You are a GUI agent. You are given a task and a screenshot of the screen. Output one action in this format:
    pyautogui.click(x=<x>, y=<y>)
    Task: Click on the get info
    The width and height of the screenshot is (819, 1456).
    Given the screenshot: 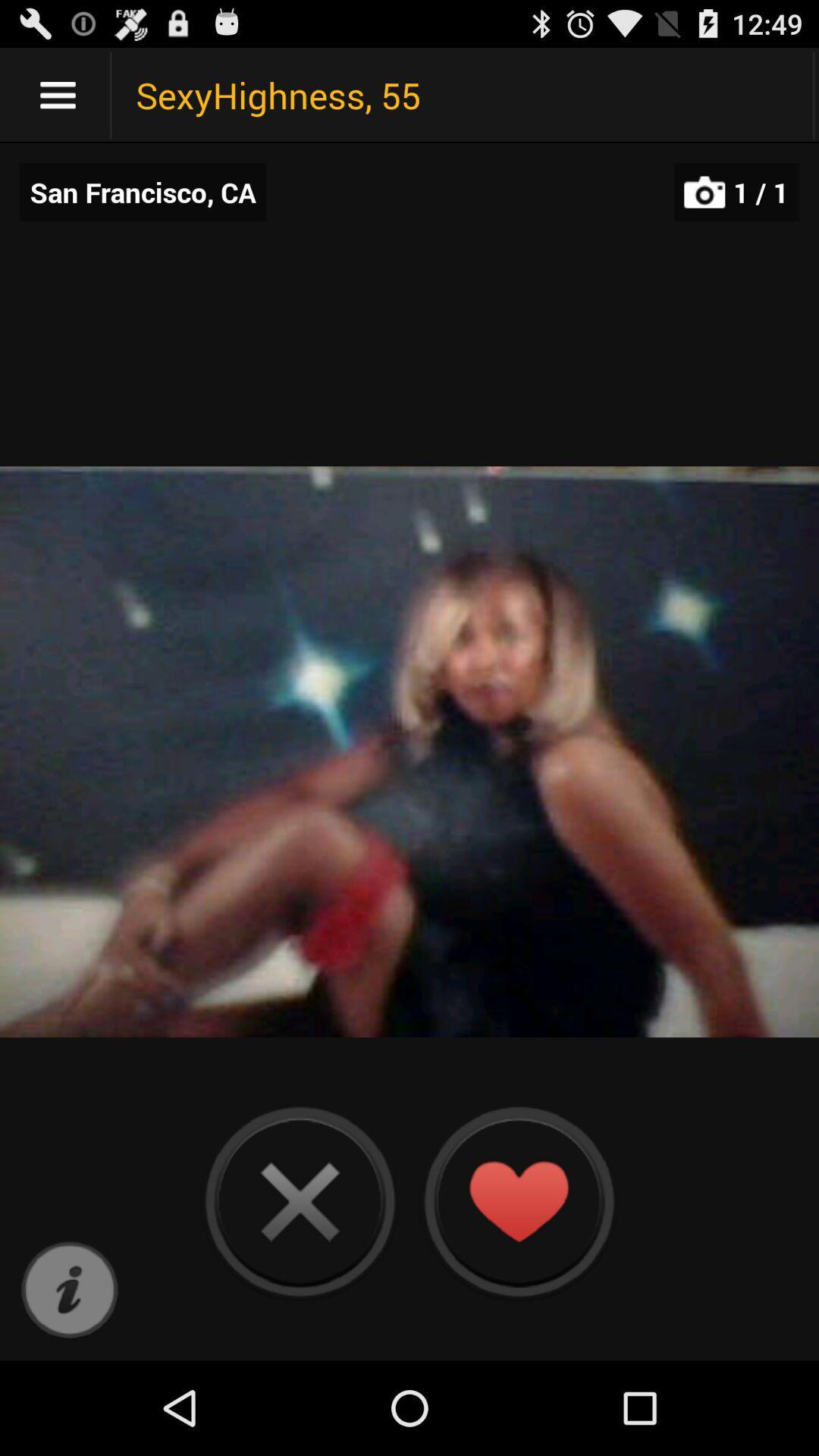 What is the action you would take?
    pyautogui.click(x=69, y=1290)
    